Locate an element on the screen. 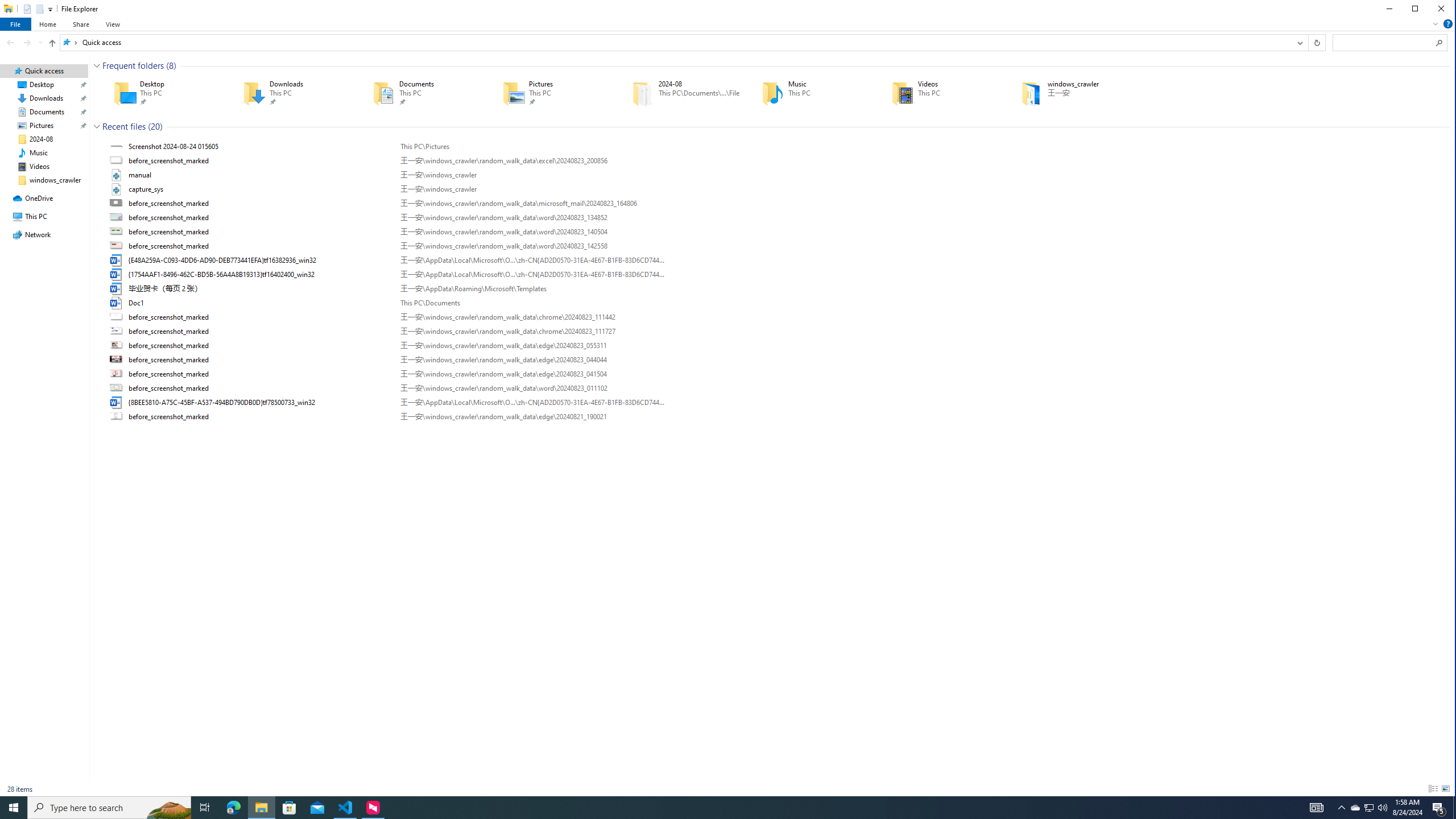 The height and width of the screenshot is (819, 1456). 'Navigation buttons' is located at coordinates (23, 42).